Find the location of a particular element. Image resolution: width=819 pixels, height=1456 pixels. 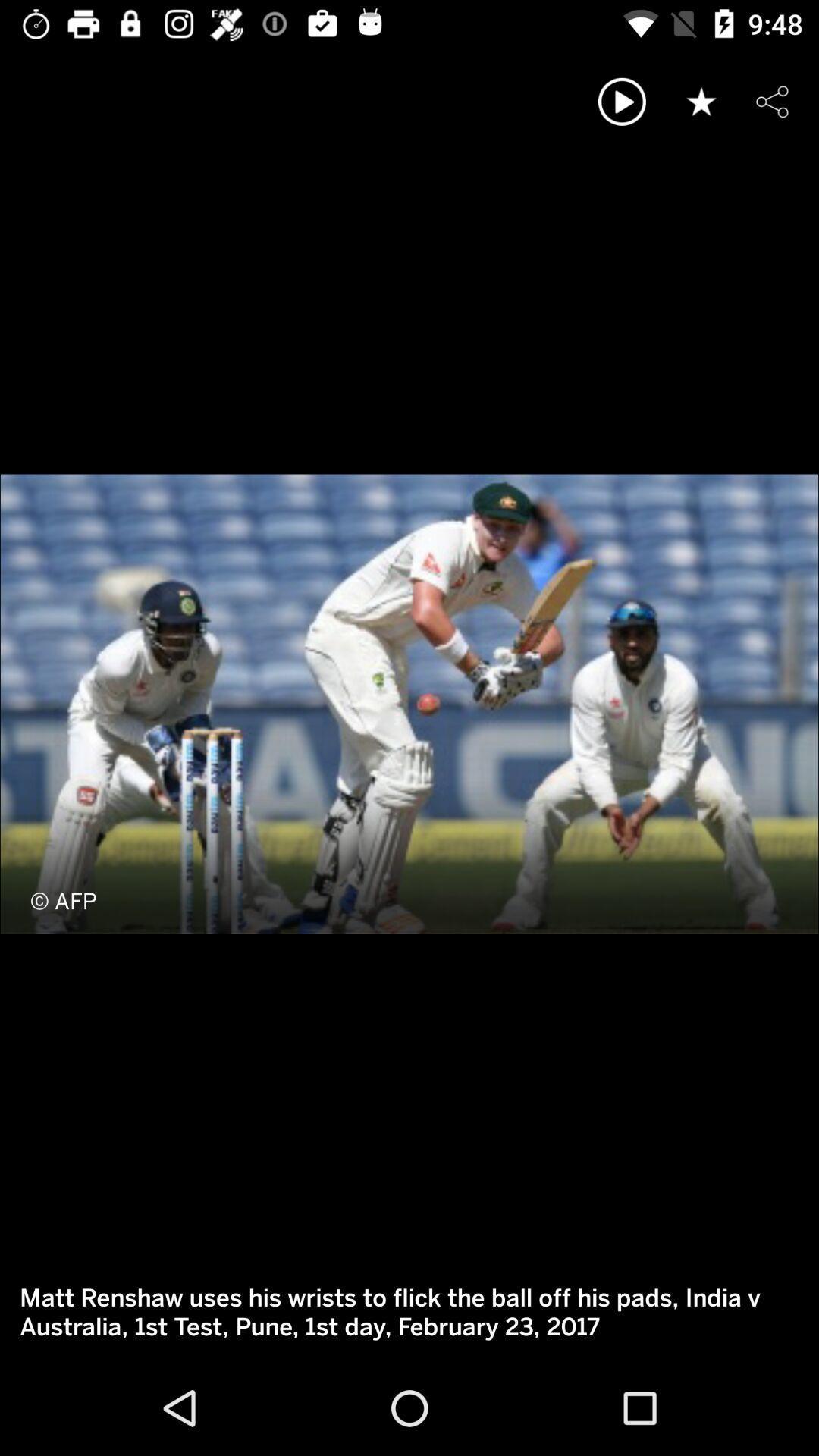

share photograph is located at coordinates (772, 101).